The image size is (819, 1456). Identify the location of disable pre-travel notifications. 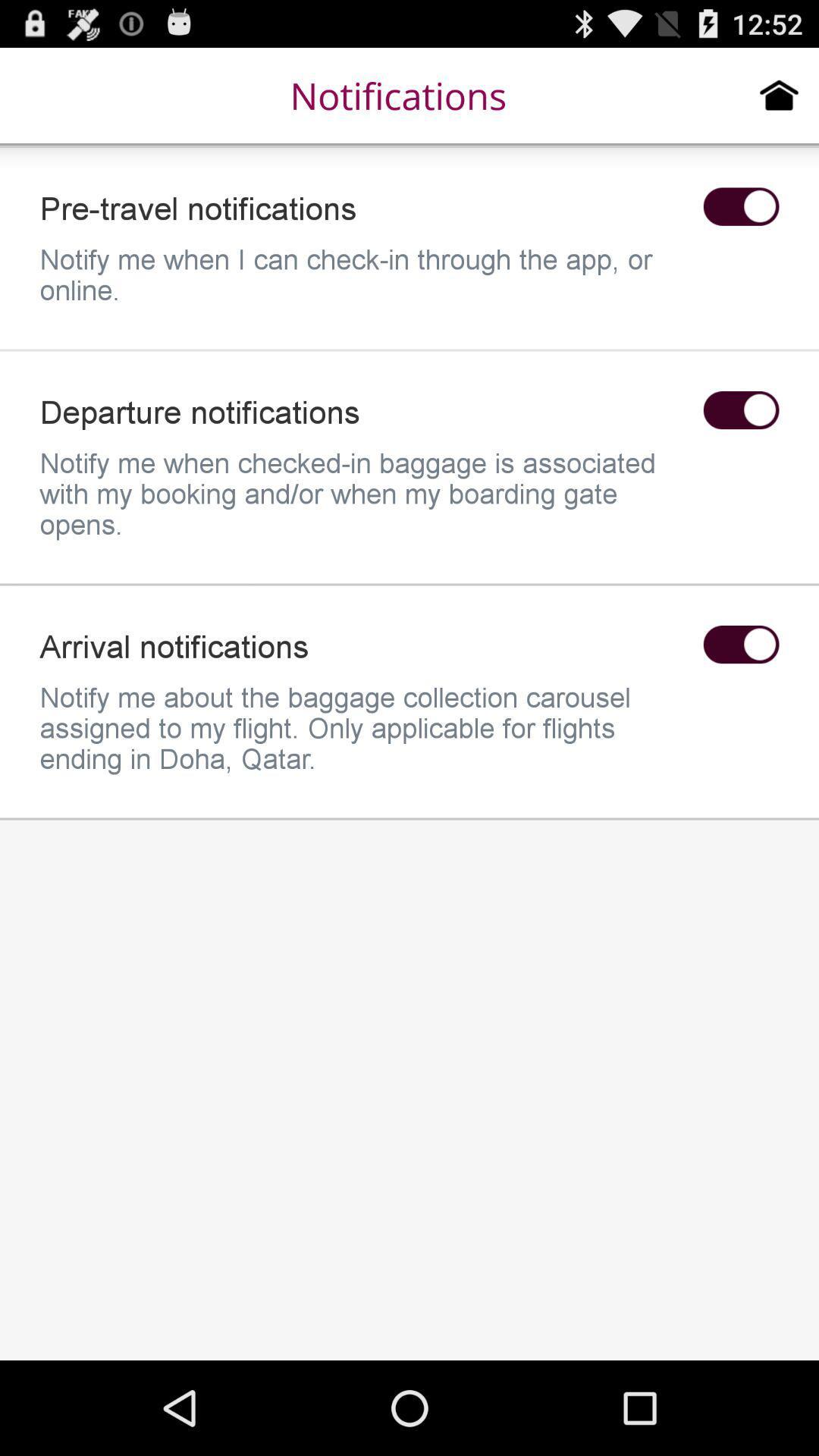
(740, 206).